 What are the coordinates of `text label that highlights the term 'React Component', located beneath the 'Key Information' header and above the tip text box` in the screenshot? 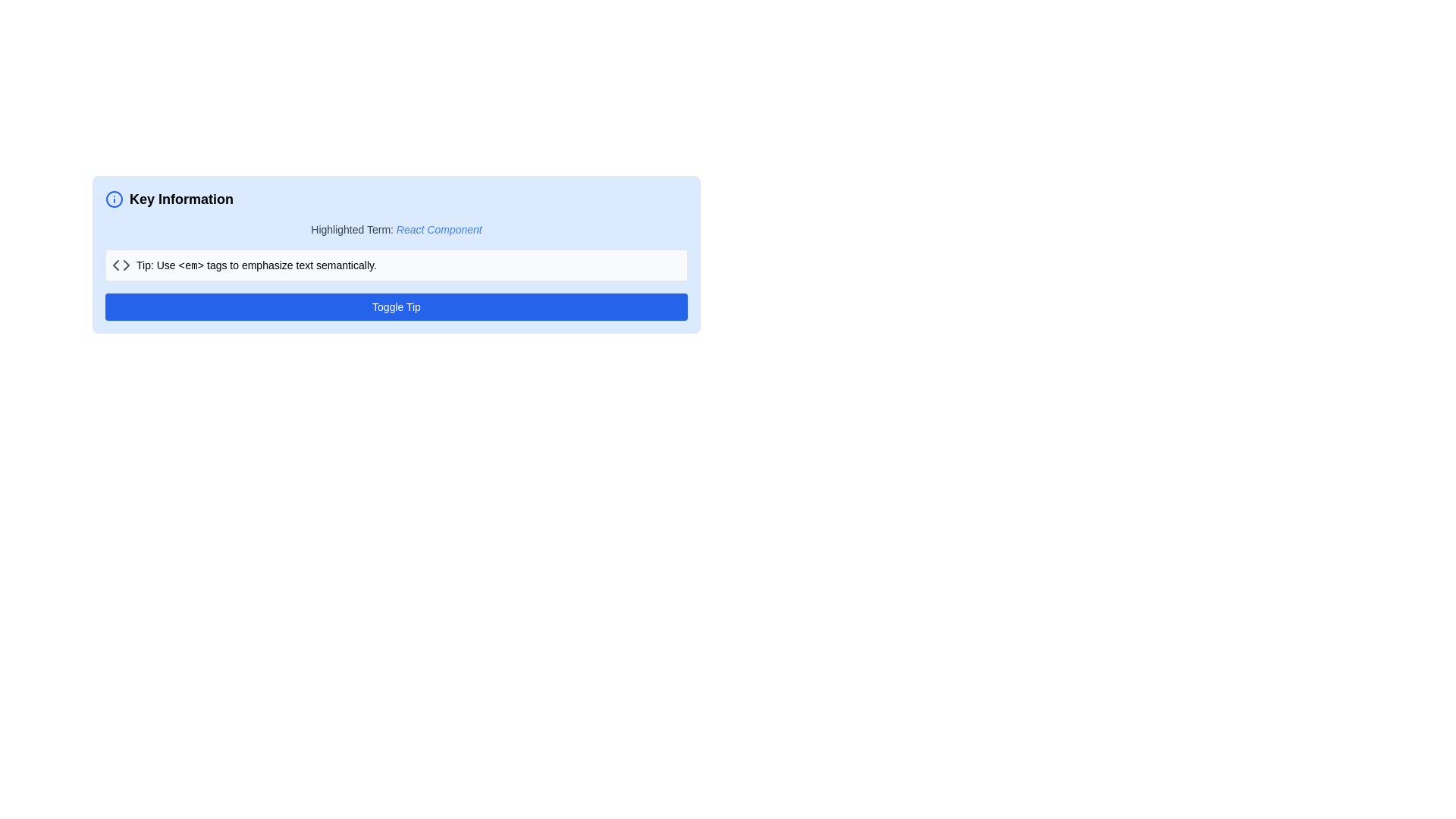 It's located at (397, 230).